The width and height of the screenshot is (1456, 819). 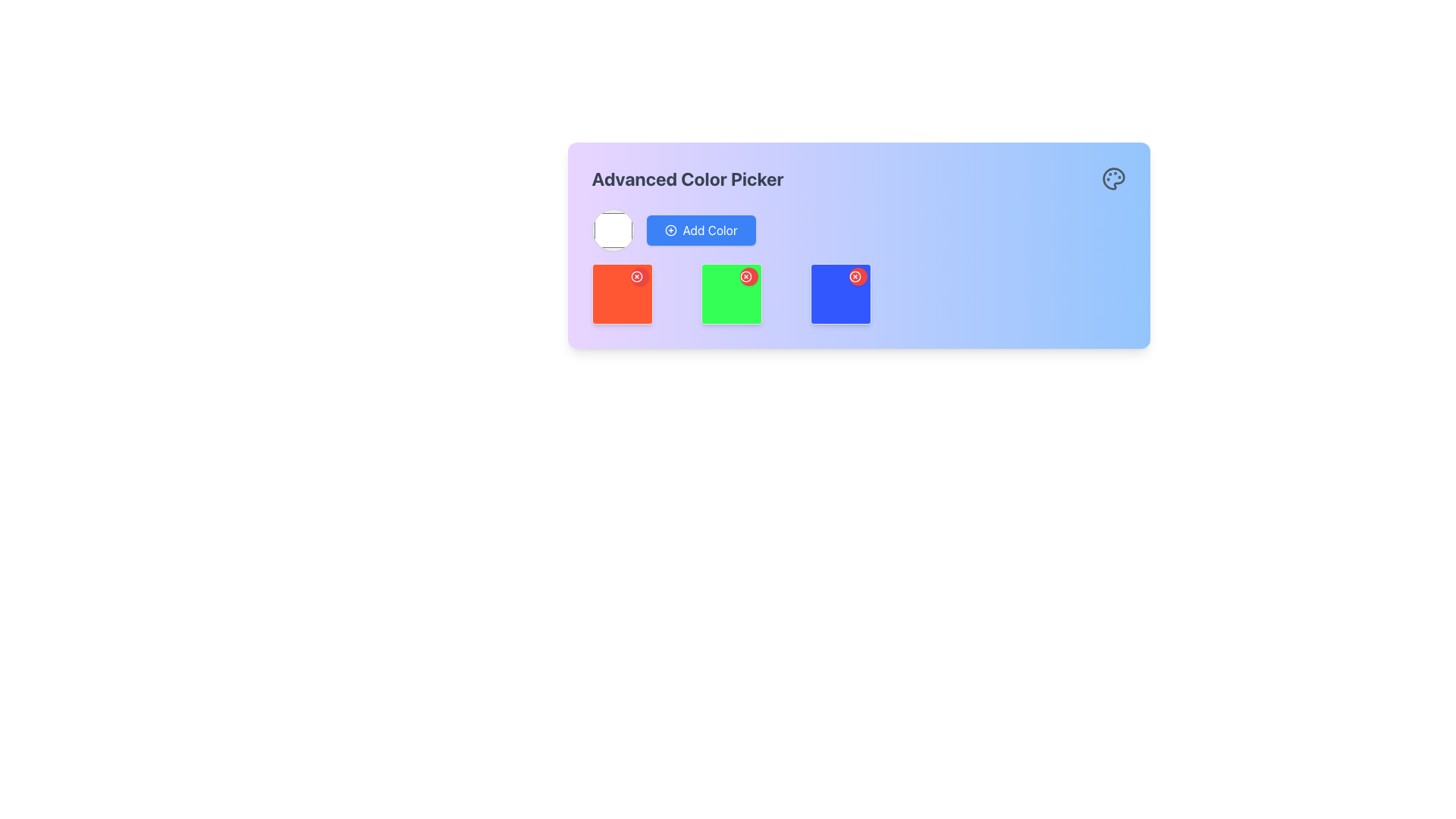 What do you see at coordinates (1113, 177) in the screenshot?
I see `the palette-shaped icon located in the top-right corner of the 'Advanced Color Picker' panel` at bounding box center [1113, 177].